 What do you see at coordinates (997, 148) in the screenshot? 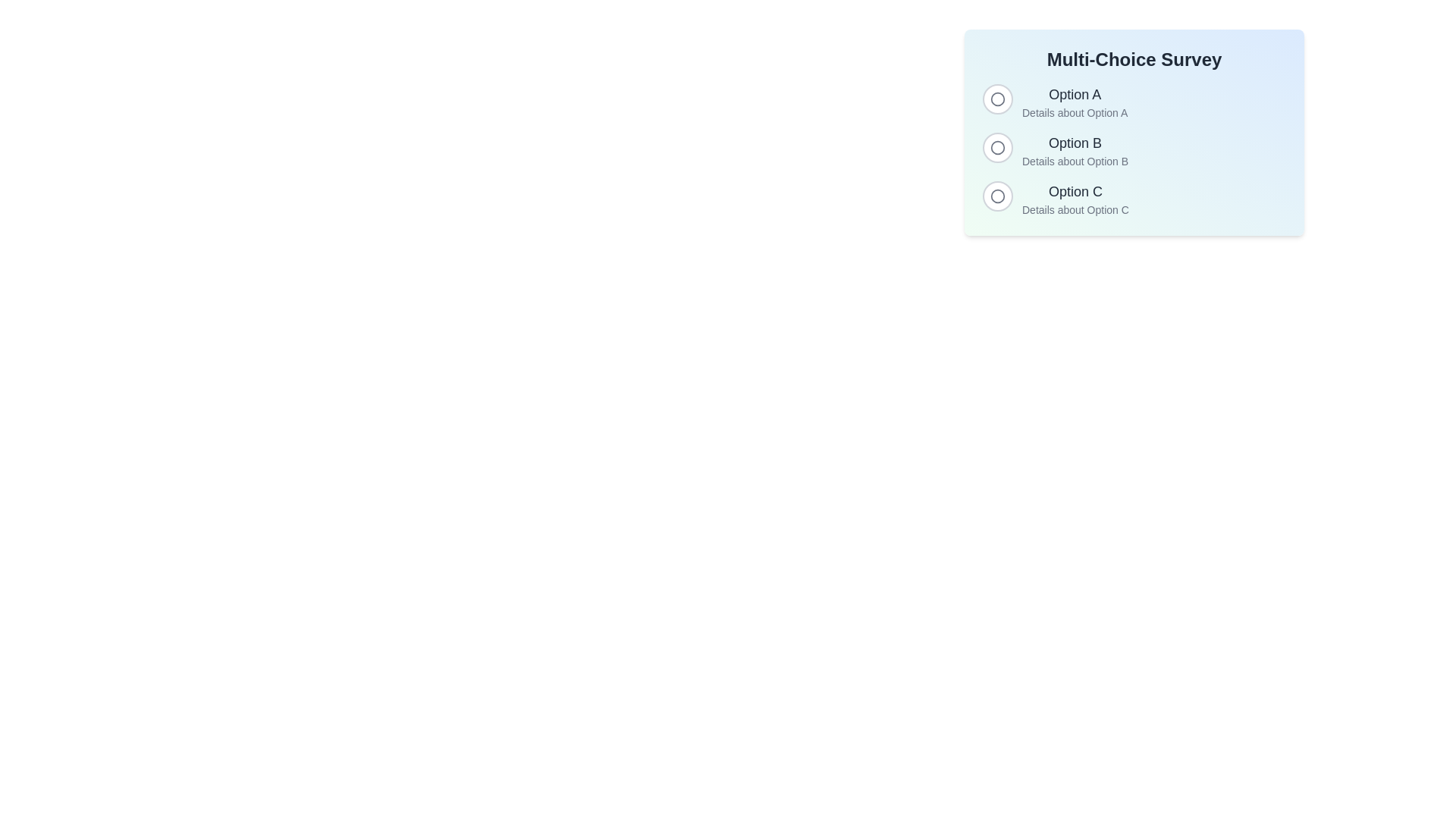
I see `the visual indicator of the radio button corresponding to 'Option B'` at bounding box center [997, 148].